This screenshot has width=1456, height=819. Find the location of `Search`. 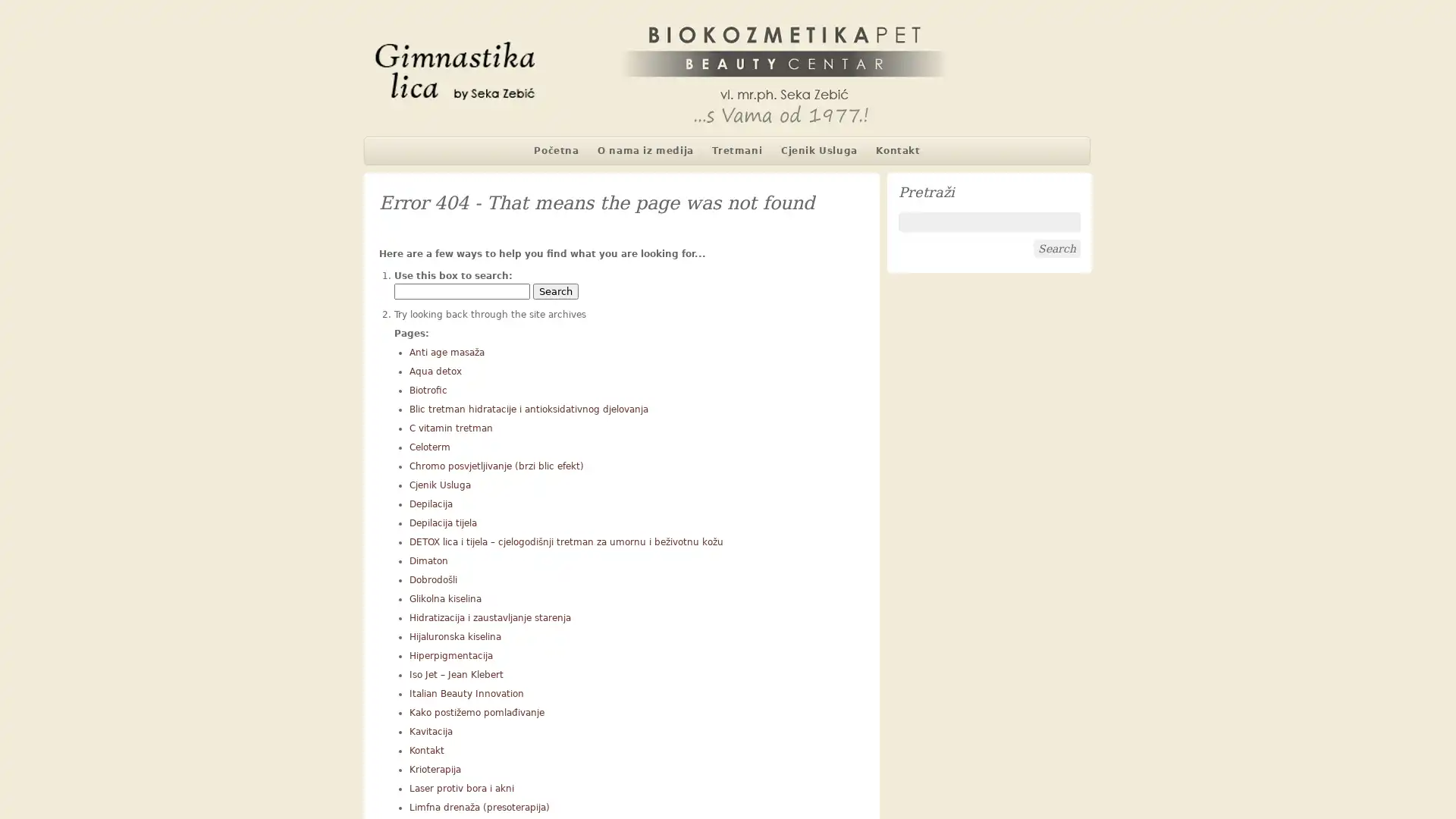

Search is located at coordinates (555, 291).